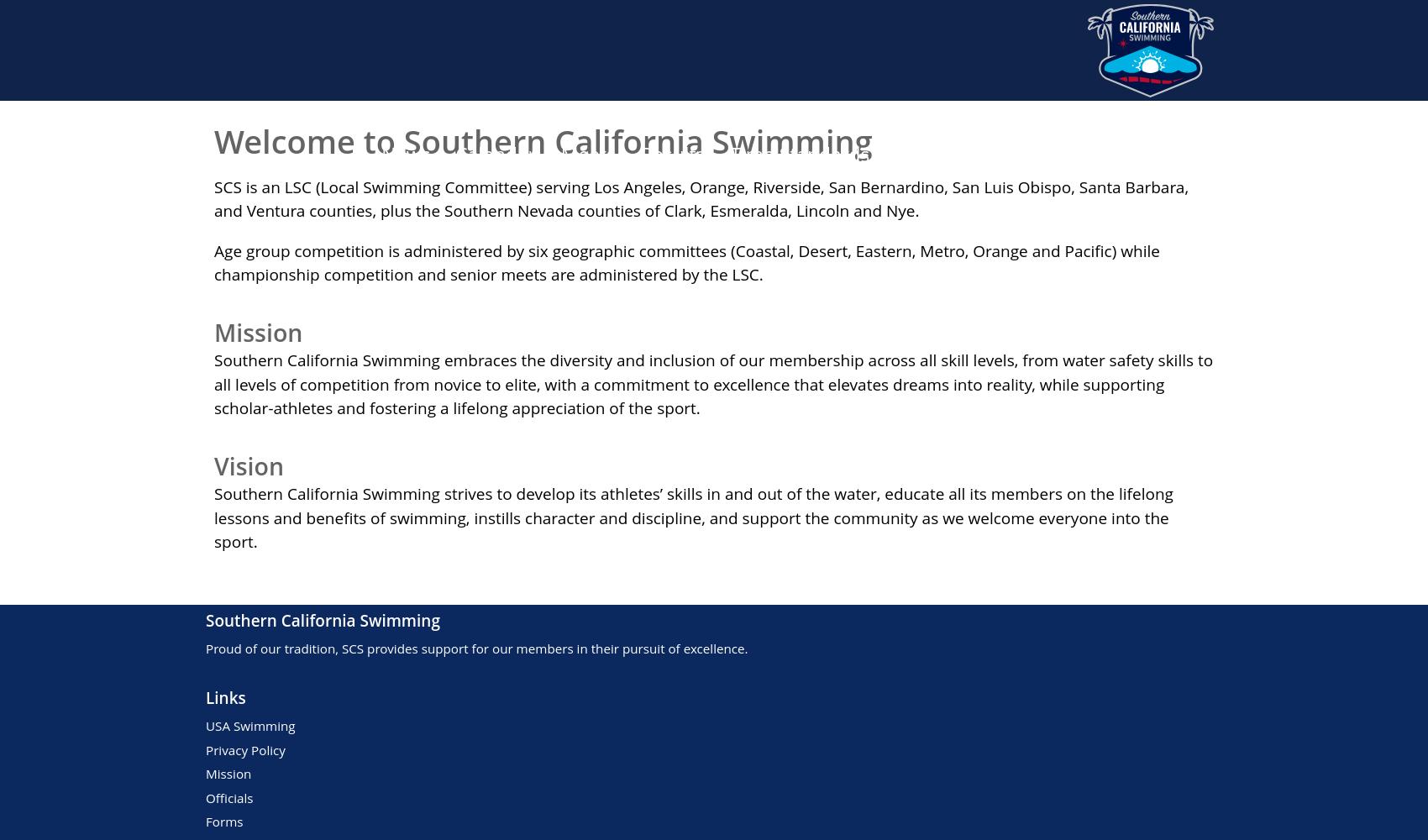 The width and height of the screenshot is (1428, 840). What do you see at coordinates (322, 619) in the screenshot?
I see `'Southern California Swimming'` at bounding box center [322, 619].